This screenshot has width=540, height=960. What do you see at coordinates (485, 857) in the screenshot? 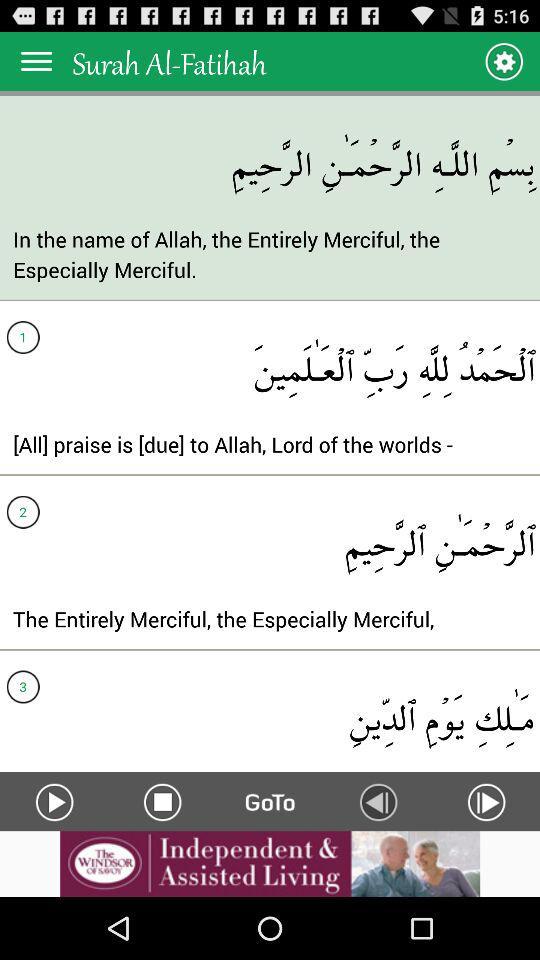
I see `the skip_next icon` at bounding box center [485, 857].